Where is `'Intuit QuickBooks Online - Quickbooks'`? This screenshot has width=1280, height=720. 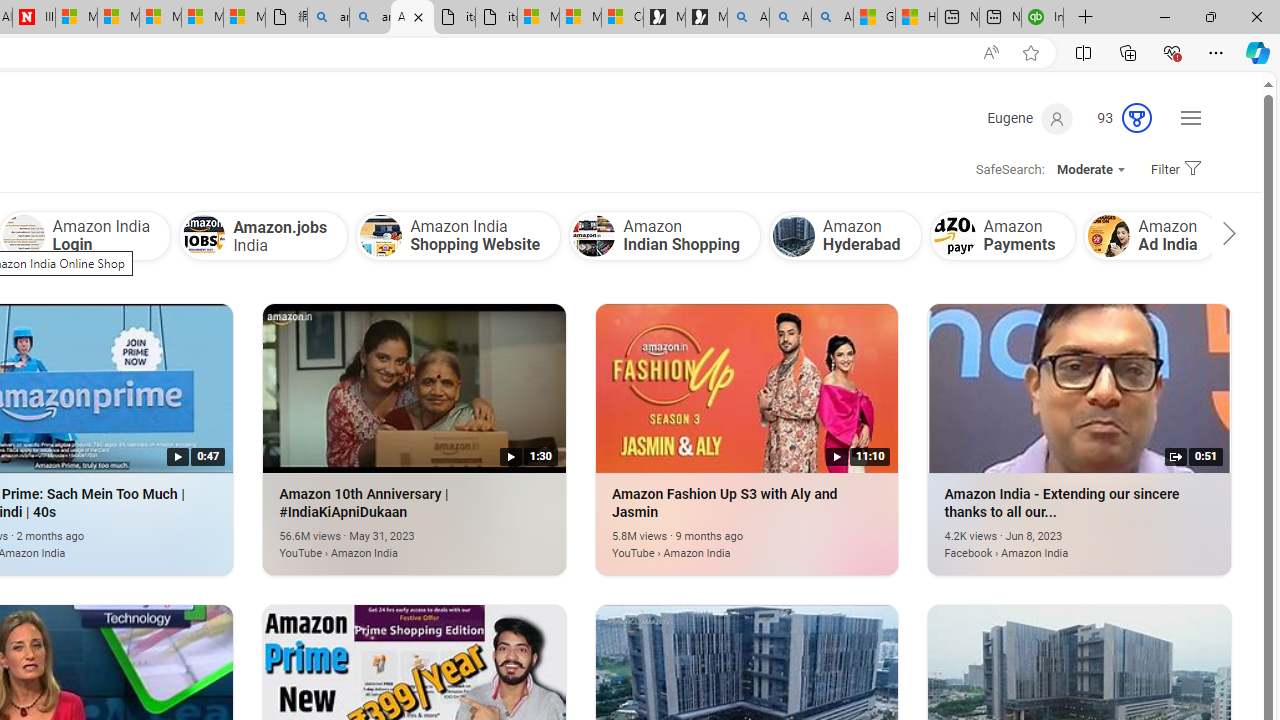 'Intuit QuickBooks Online - Quickbooks' is located at coordinates (1041, 17).